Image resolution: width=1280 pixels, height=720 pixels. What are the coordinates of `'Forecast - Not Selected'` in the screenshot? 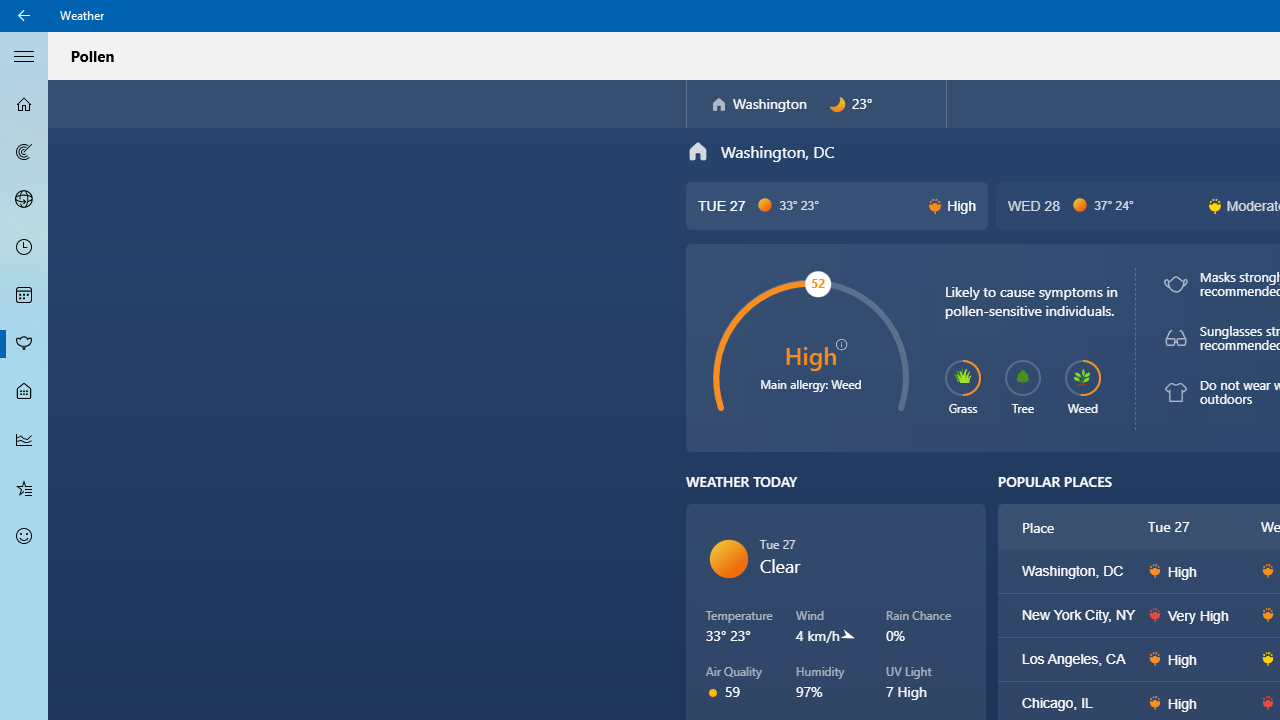 It's located at (24, 104).